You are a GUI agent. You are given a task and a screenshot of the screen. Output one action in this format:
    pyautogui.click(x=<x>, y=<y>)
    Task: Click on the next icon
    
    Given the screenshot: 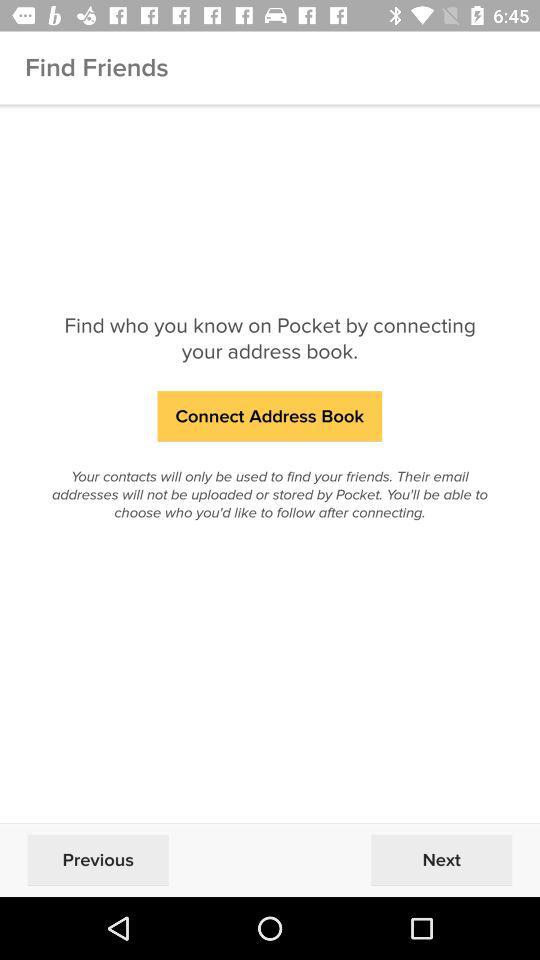 What is the action you would take?
    pyautogui.click(x=441, y=859)
    